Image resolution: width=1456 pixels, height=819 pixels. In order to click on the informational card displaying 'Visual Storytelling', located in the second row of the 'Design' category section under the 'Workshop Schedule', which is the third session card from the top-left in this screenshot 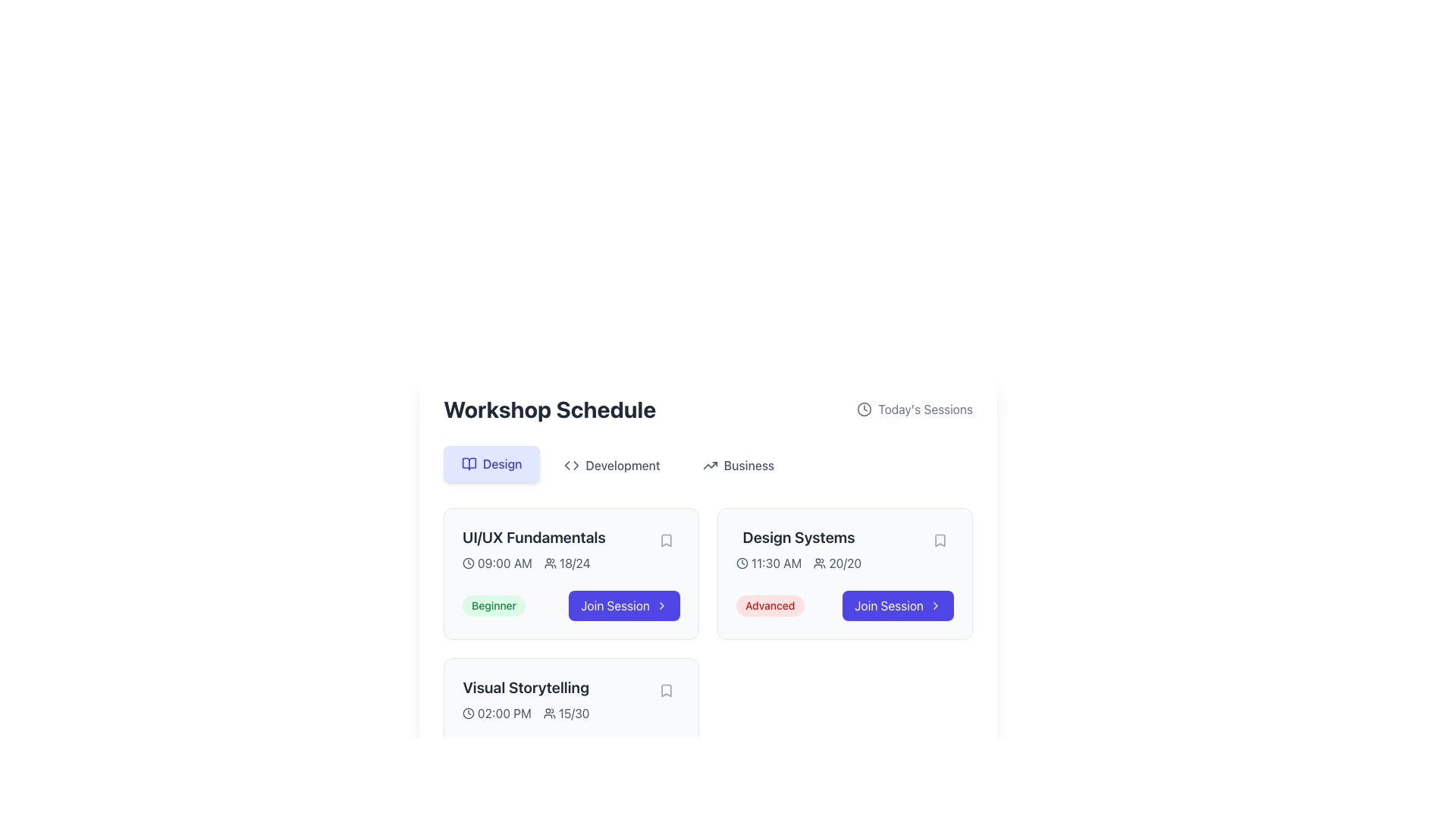, I will do `click(526, 699)`.